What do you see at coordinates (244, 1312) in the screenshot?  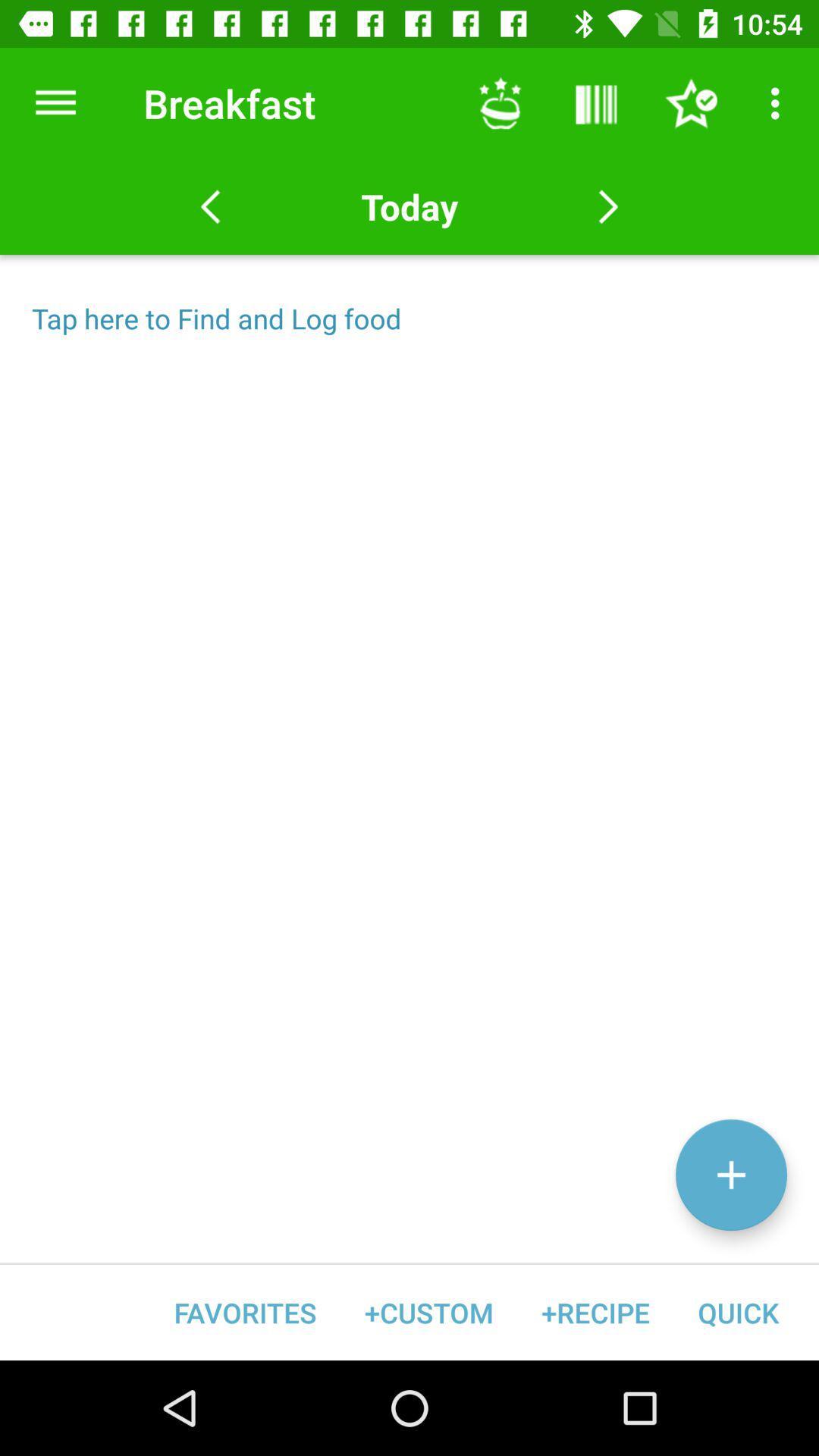 I see `the favorites item` at bounding box center [244, 1312].